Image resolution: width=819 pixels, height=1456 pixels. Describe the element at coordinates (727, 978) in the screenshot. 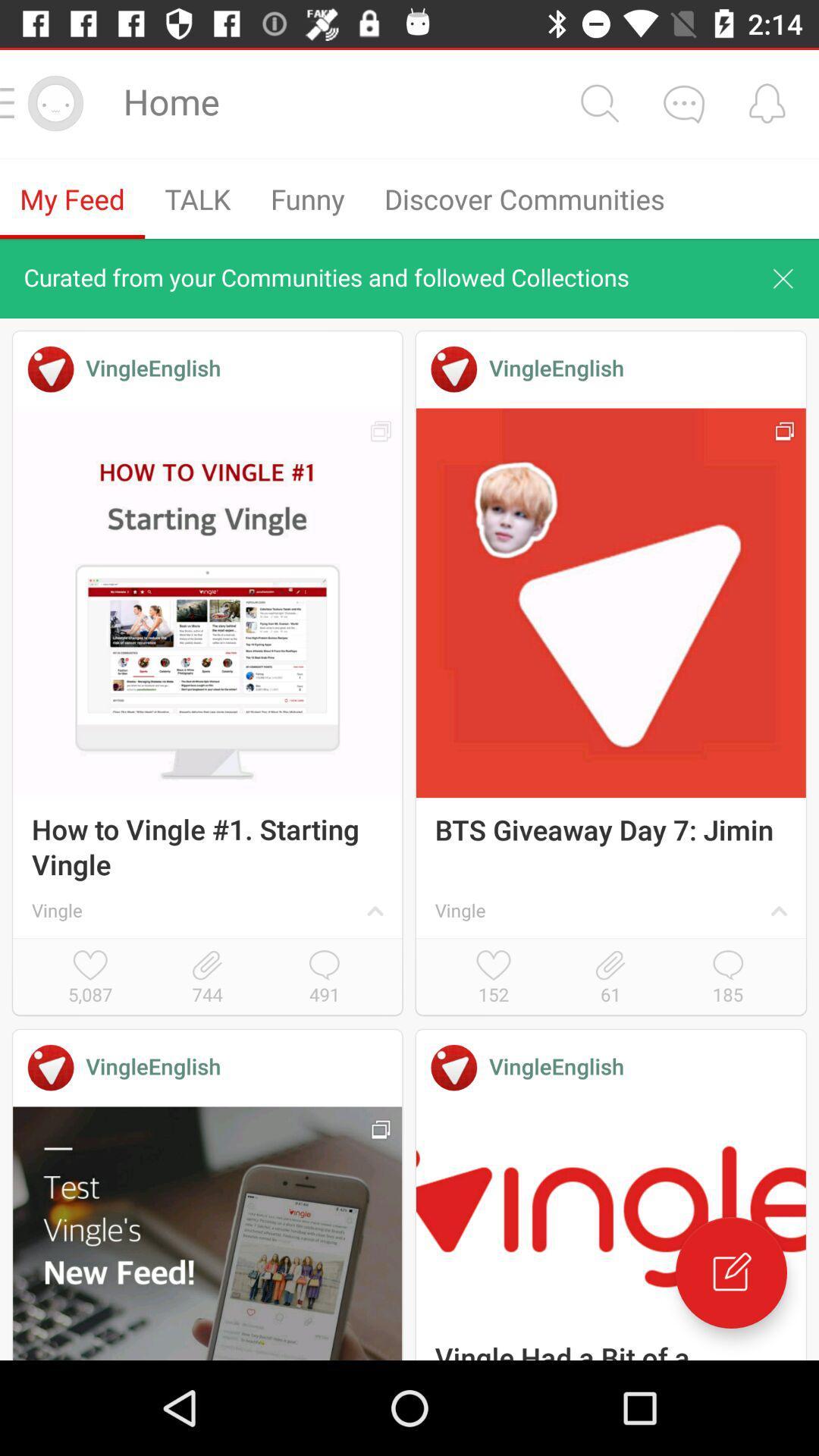

I see `item to the right of the 61` at that location.